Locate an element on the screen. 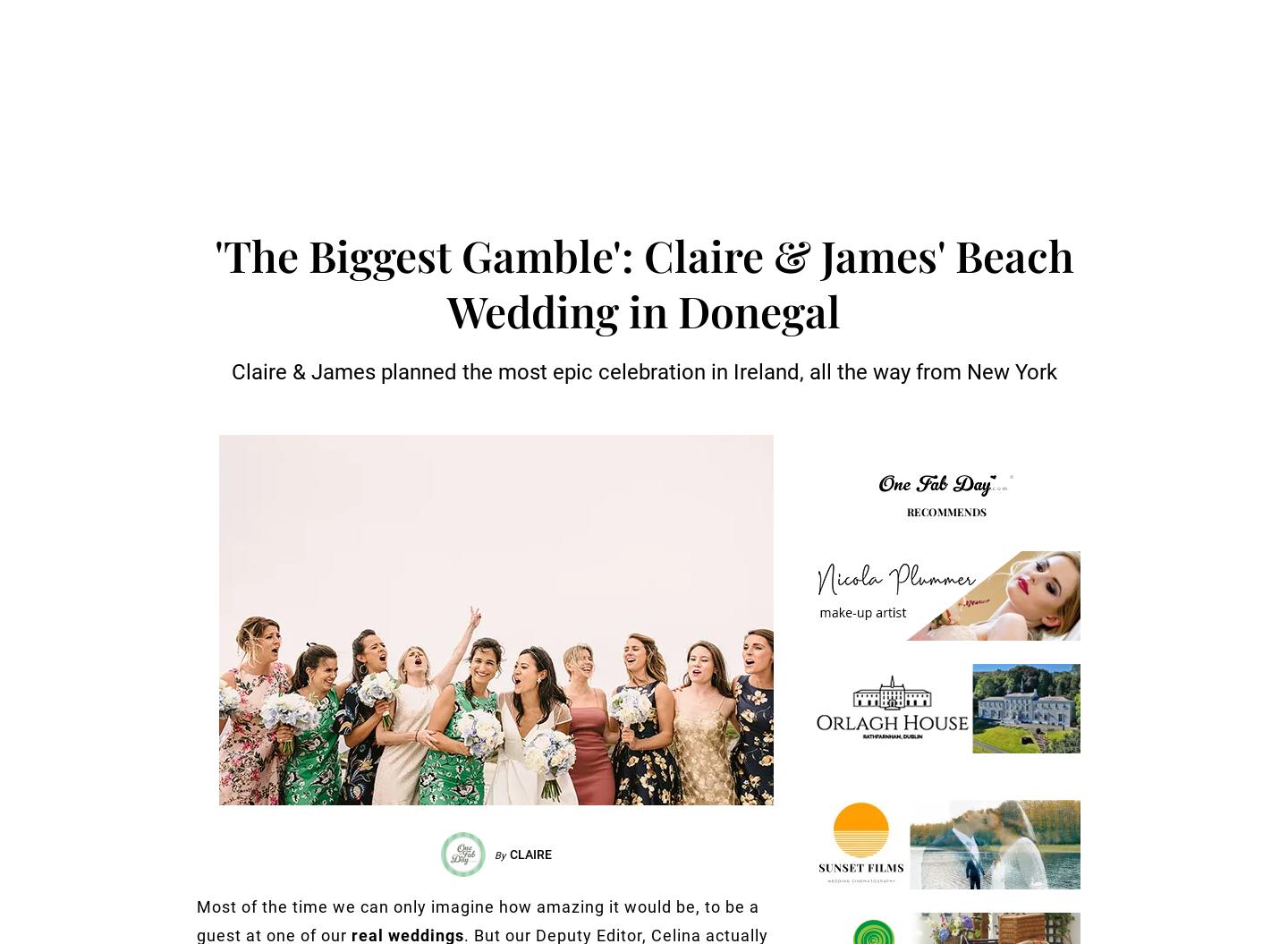 This screenshot has width=1288, height=944. 'Wedding Style' is located at coordinates (506, 75).